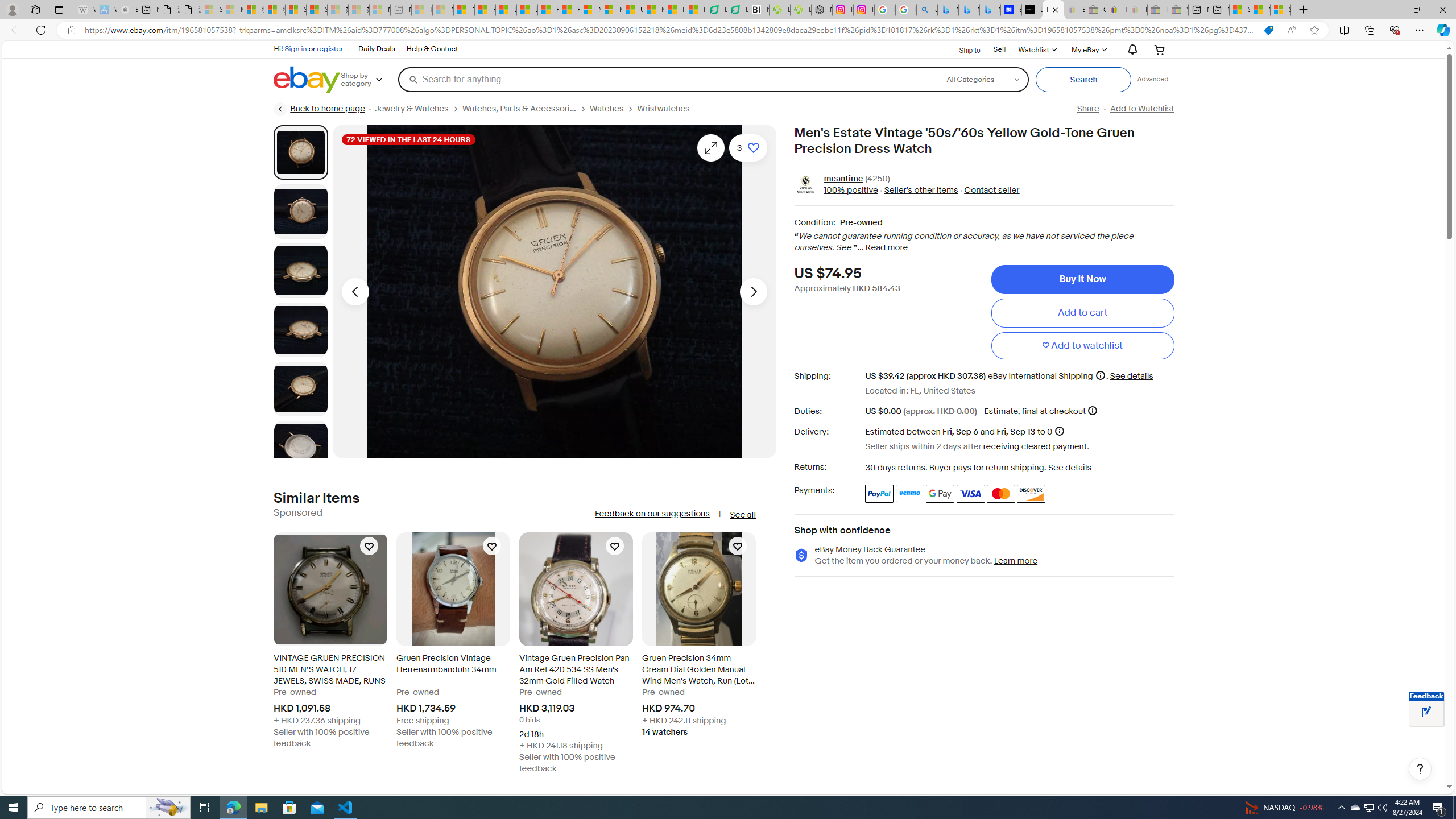  What do you see at coordinates (999, 49) in the screenshot?
I see `'Sell'` at bounding box center [999, 49].